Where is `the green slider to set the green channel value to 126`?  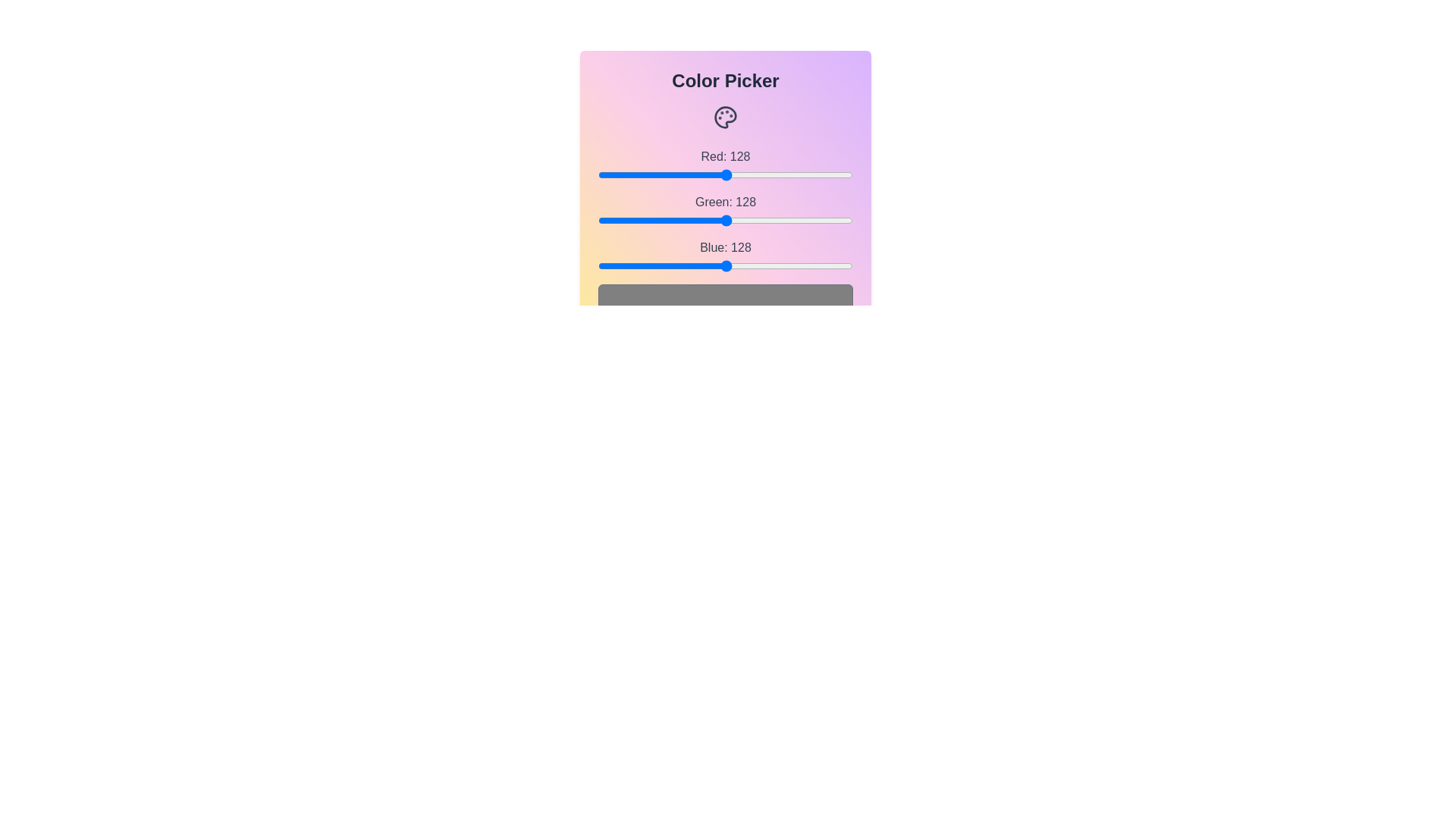 the green slider to set the green channel value to 126 is located at coordinates (723, 220).